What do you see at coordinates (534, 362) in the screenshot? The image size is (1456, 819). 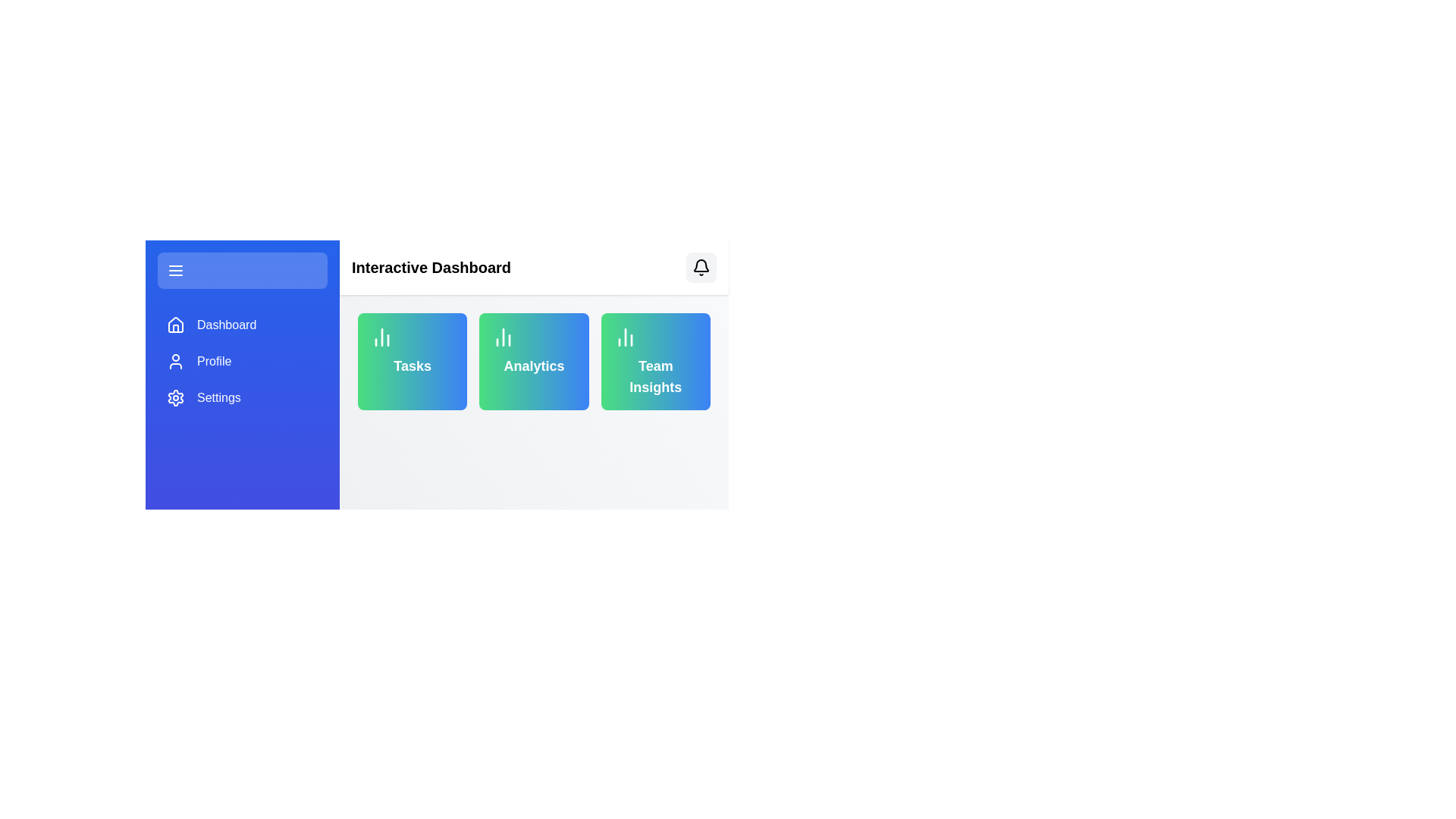 I see `the 'Analytics' card widget, which features a gradient background from green to blue, with a bar chart icon and the text 'Analytics' in bold white font located at the bottom` at bounding box center [534, 362].